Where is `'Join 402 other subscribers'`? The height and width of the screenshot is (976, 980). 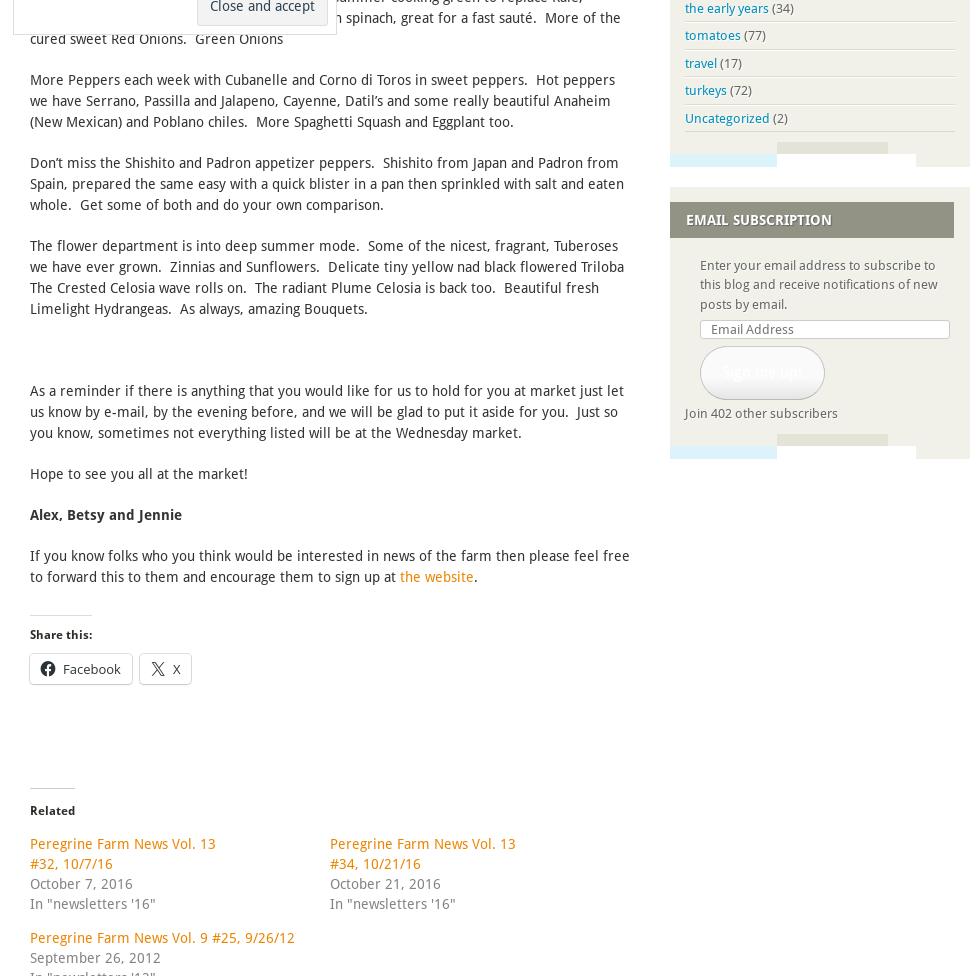
'Join 402 other subscribers' is located at coordinates (761, 412).